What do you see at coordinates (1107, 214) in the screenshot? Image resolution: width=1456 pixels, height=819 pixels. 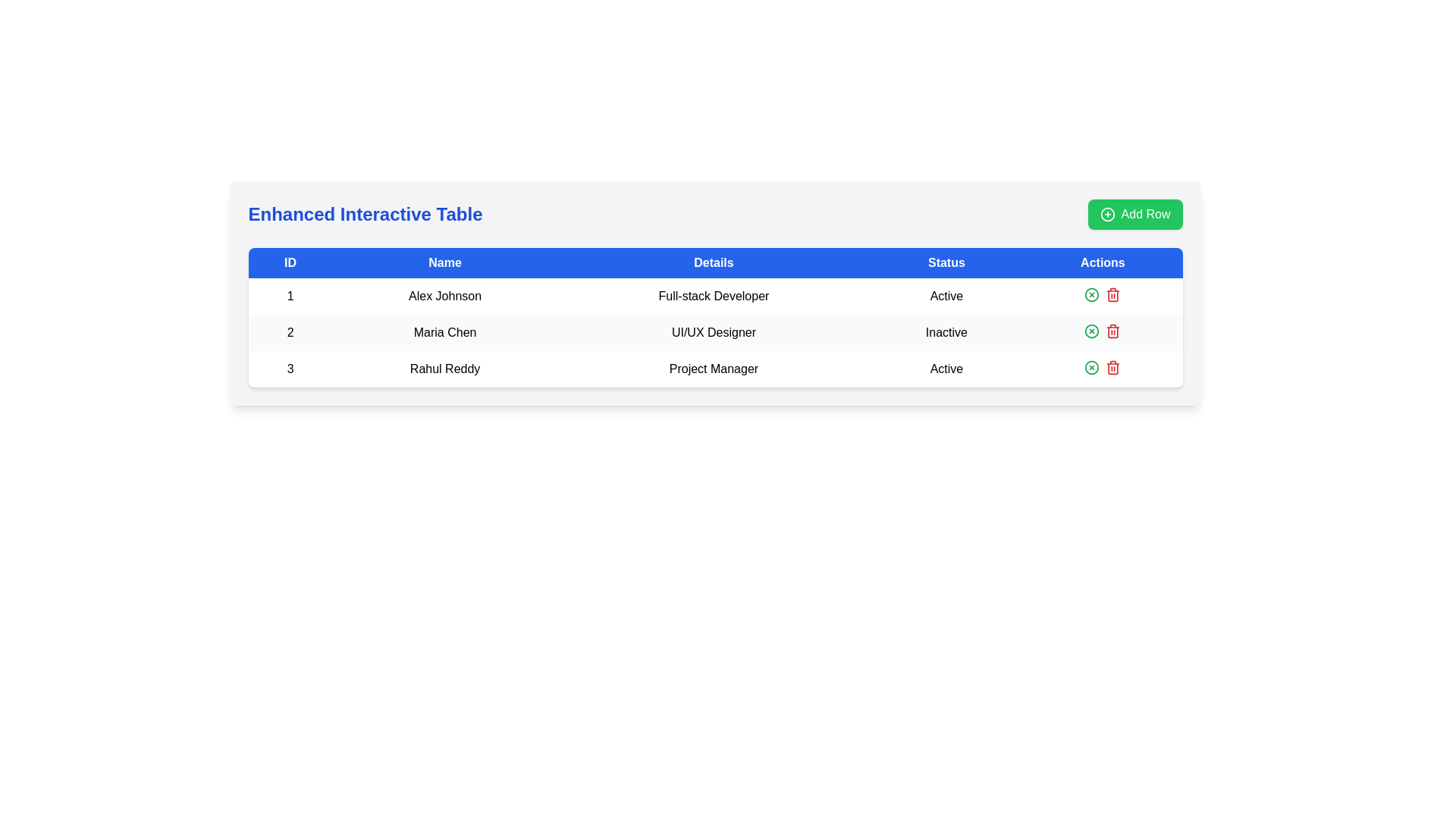 I see `the green circular icon with a white outlined plus sign located to the left of the 'Add Row' button` at bounding box center [1107, 214].